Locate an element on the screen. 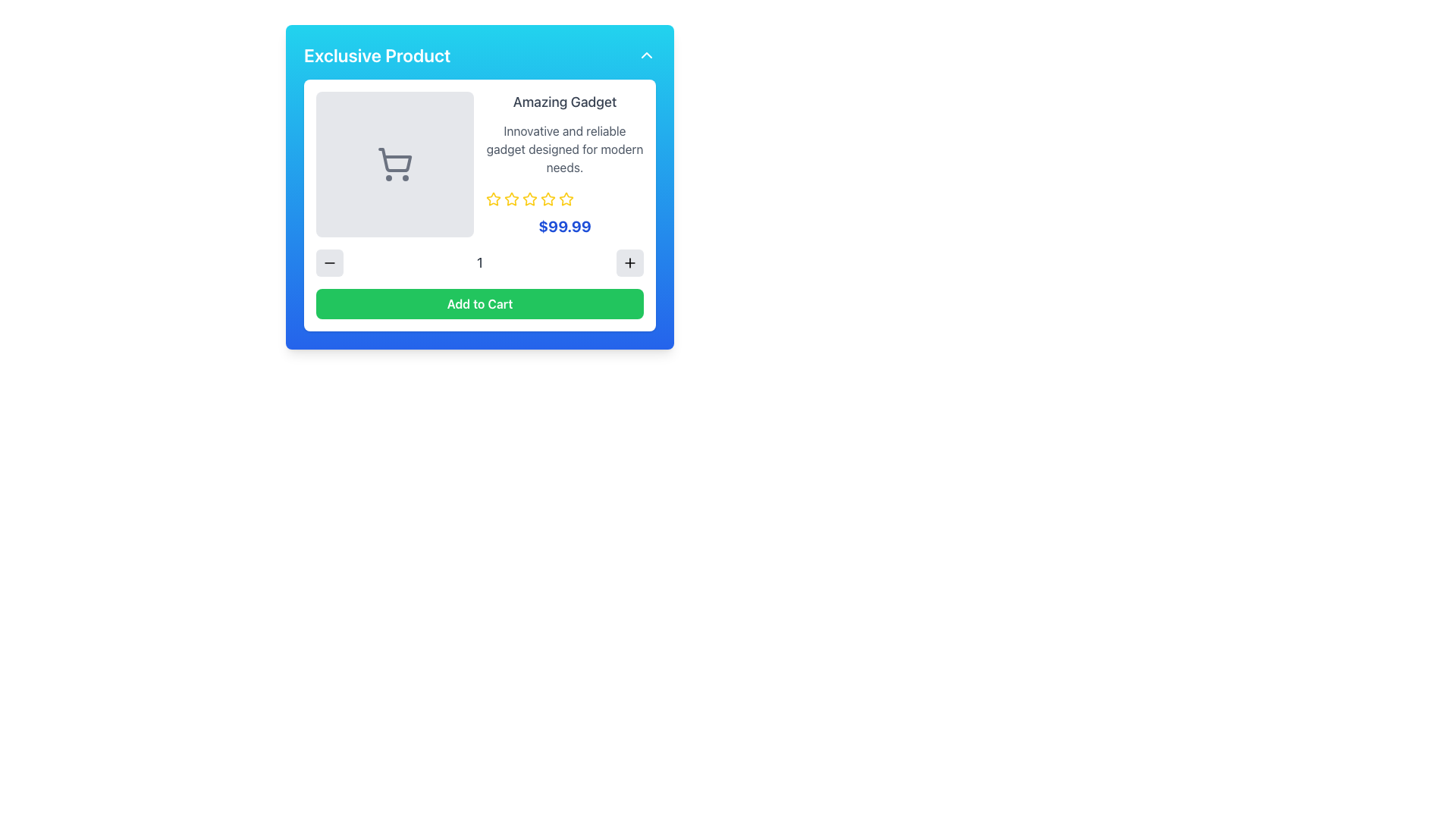 The width and height of the screenshot is (1456, 819). the small square-shaped button with a light gray background and a black plus sign icon located in the product detail card interface near the bottom-right corner is located at coordinates (629, 262).